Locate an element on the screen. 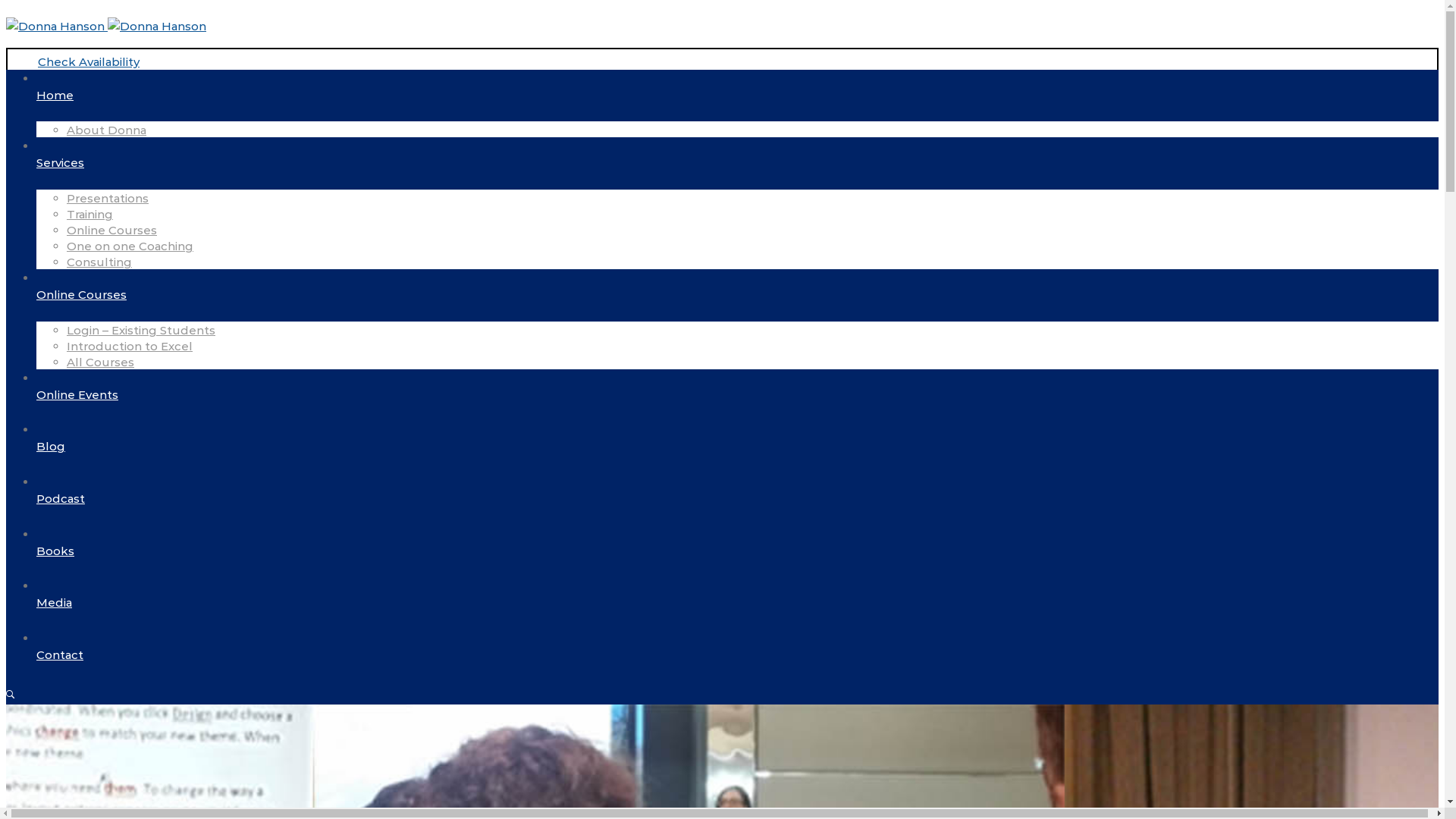 The height and width of the screenshot is (819, 1456). 'Training' is located at coordinates (65, 214).